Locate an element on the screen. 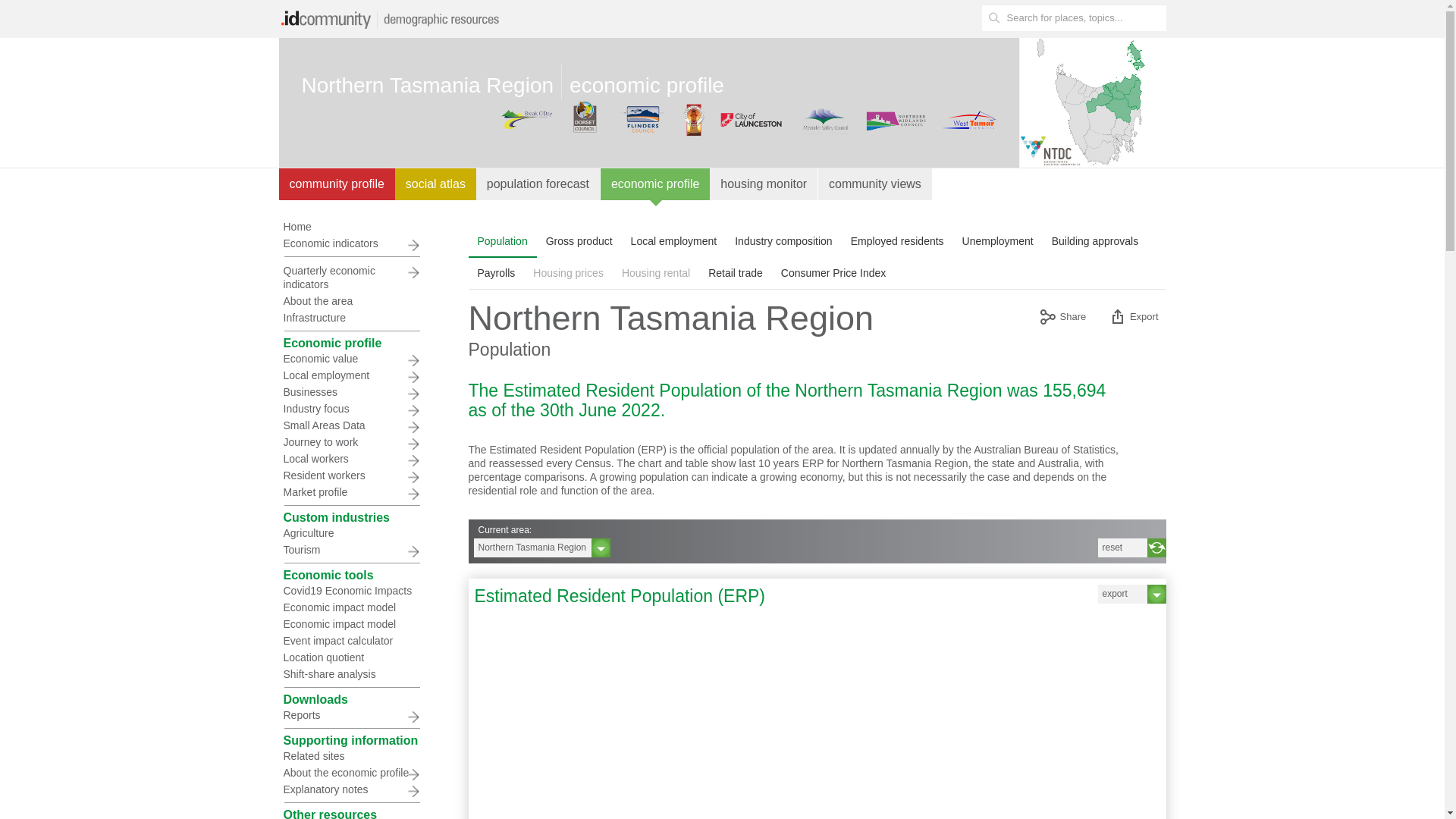  'Housing prices' is located at coordinates (567, 271).